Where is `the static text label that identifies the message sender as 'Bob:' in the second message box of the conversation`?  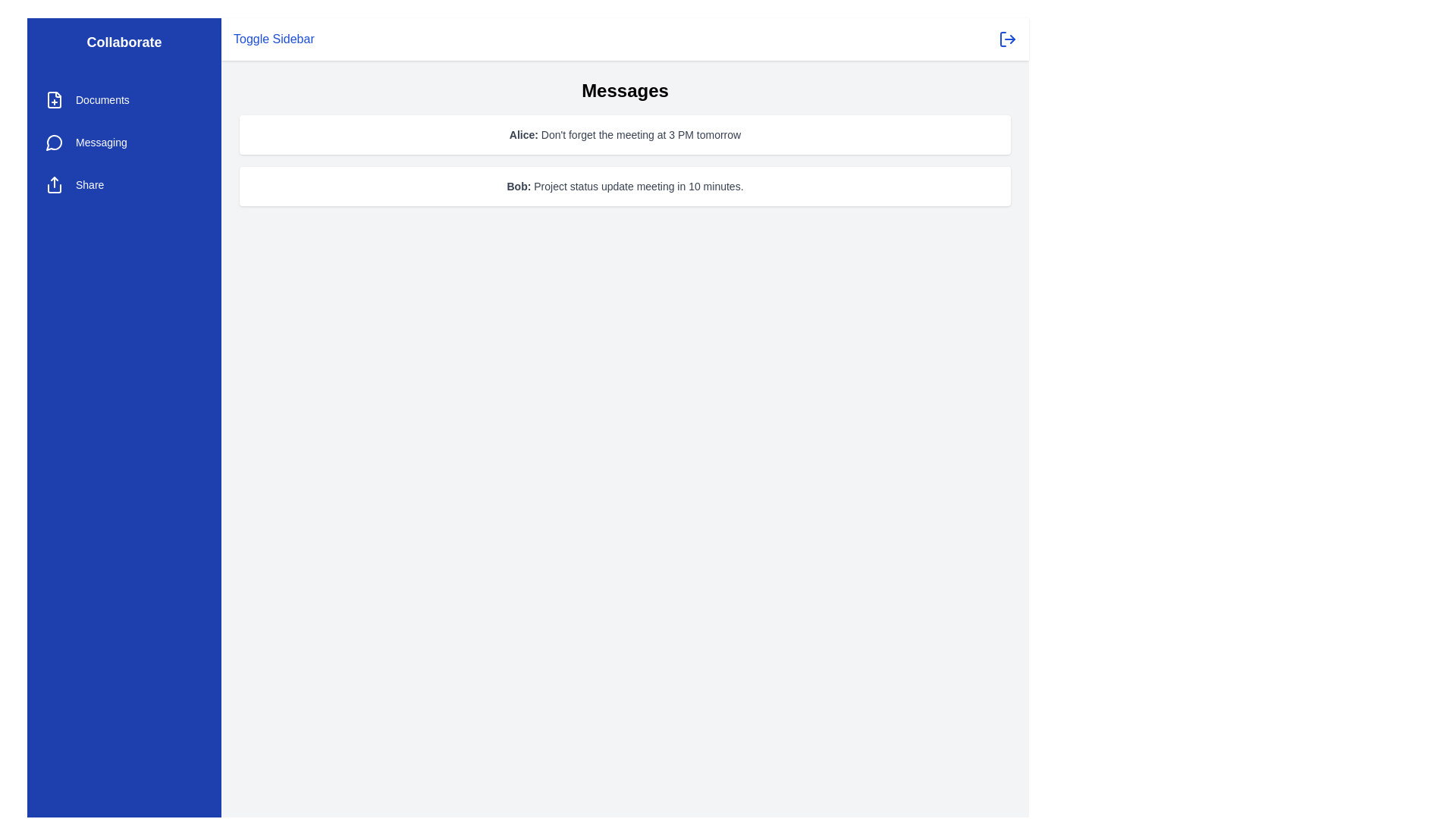
the static text label that identifies the message sender as 'Bob:' in the second message box of the conversation is located at coordinates (519, 186).